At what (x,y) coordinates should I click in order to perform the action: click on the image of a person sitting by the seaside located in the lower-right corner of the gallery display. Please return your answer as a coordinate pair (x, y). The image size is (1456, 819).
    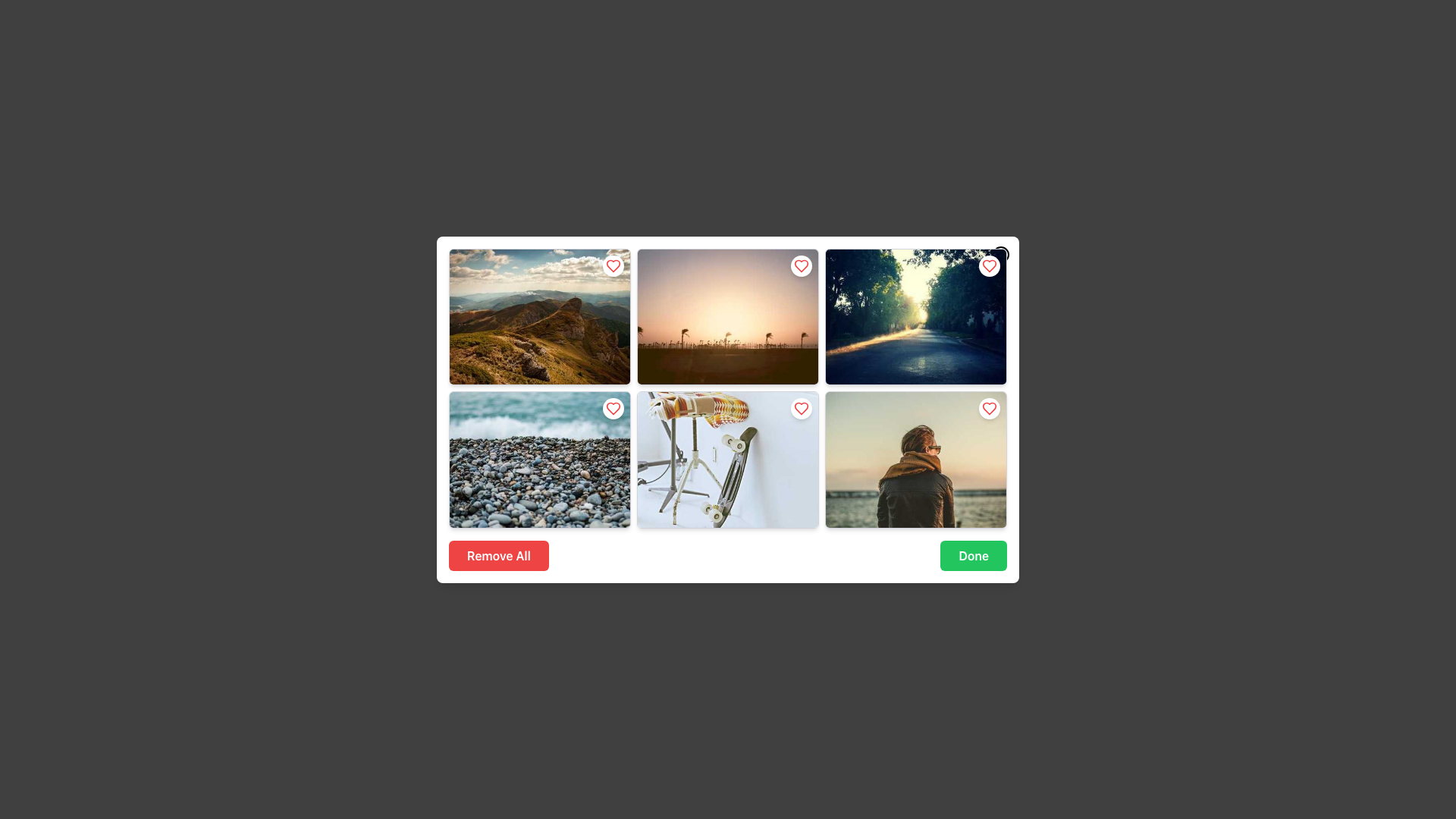
    Looking at the image, I should click on (915, 458).